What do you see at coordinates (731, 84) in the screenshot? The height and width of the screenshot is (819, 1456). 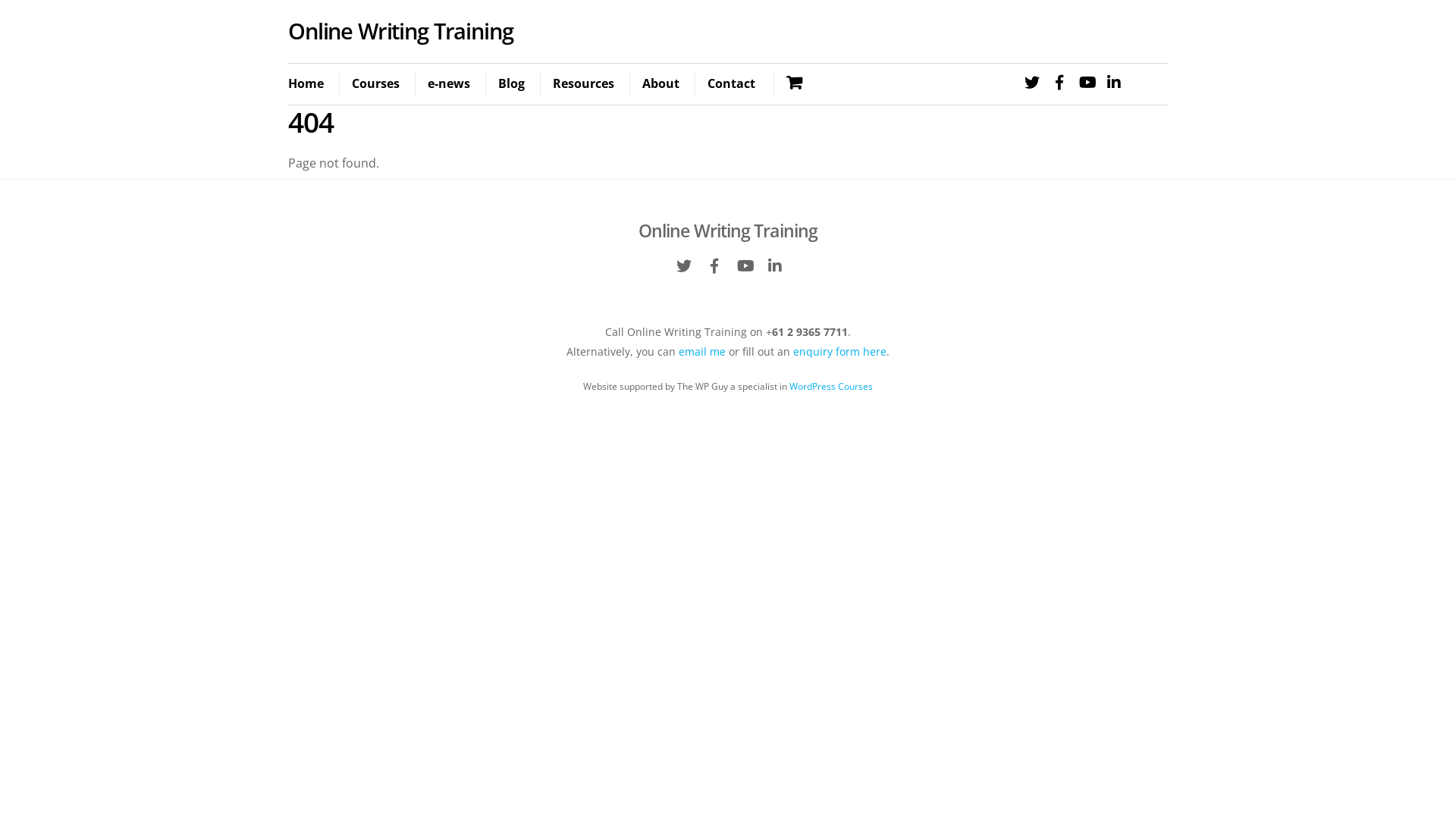 I see `'Contact'` at bounding box center [731, 84].